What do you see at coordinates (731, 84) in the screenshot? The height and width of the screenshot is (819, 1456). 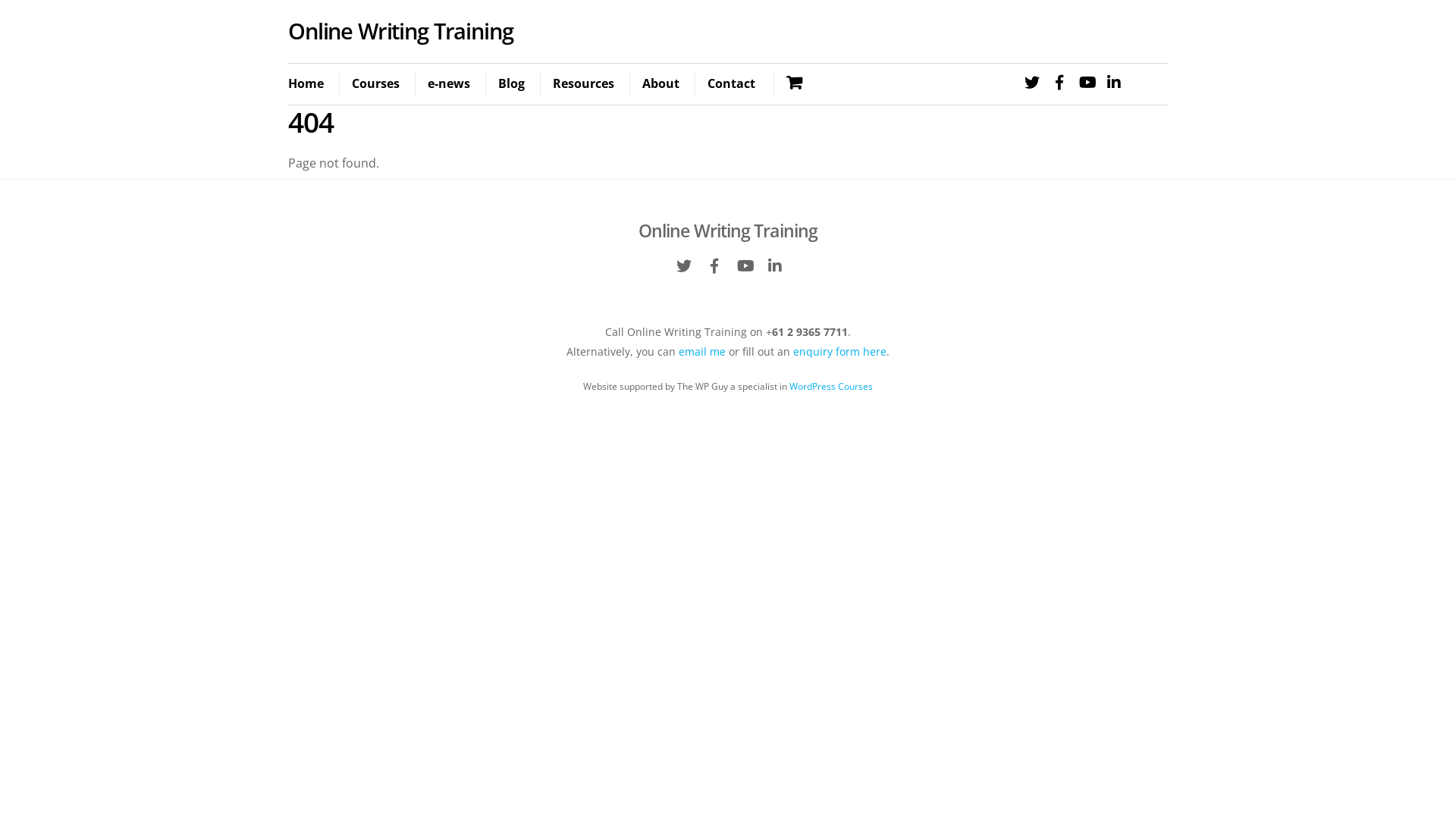 I see `'Contact'` at bounding box center [731, 84].